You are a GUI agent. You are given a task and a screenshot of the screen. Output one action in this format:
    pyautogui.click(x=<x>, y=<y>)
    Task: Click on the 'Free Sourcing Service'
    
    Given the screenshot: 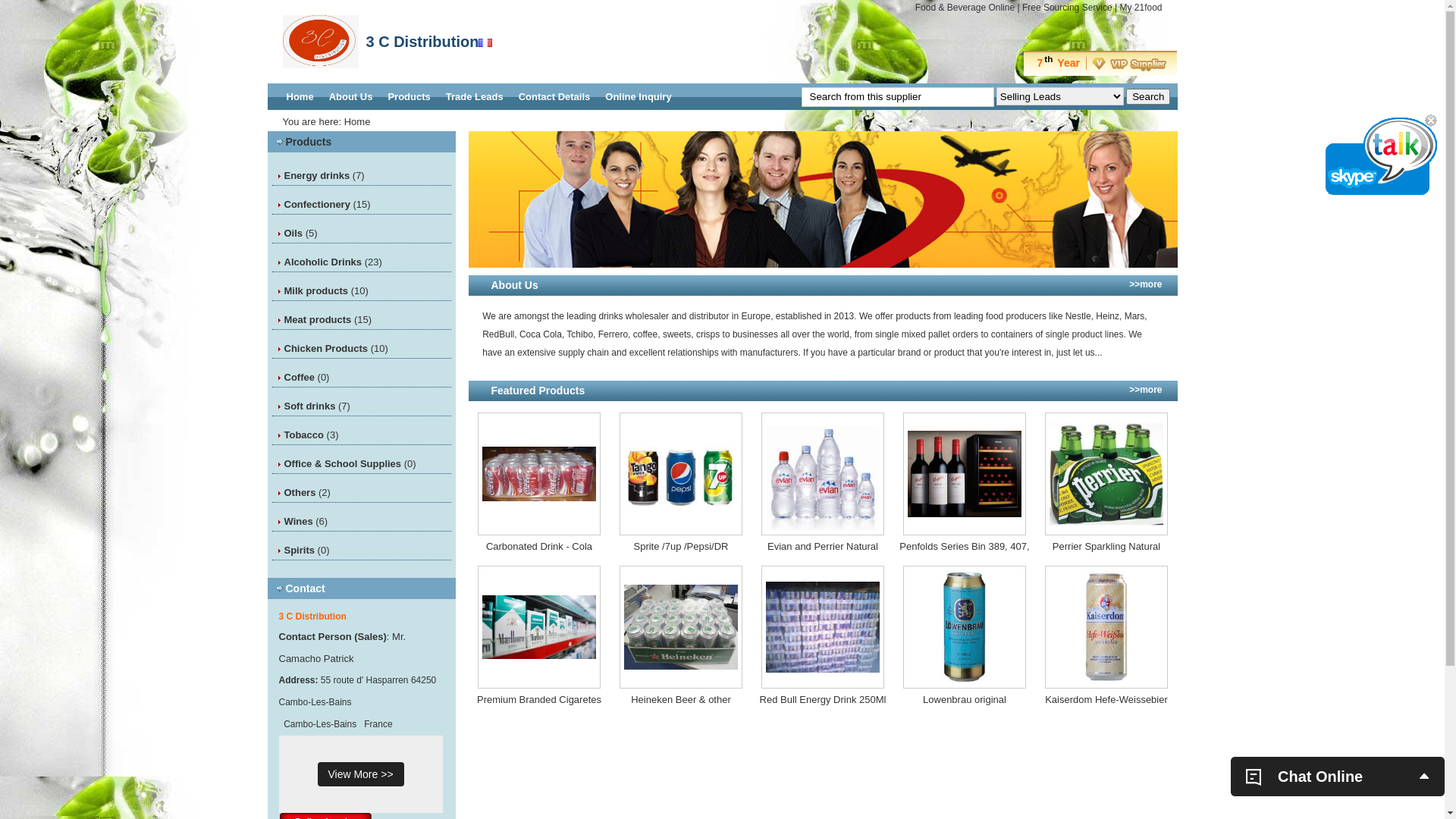 What is the action you would take?
    pyautogui.click(x=1066, y=8)
    